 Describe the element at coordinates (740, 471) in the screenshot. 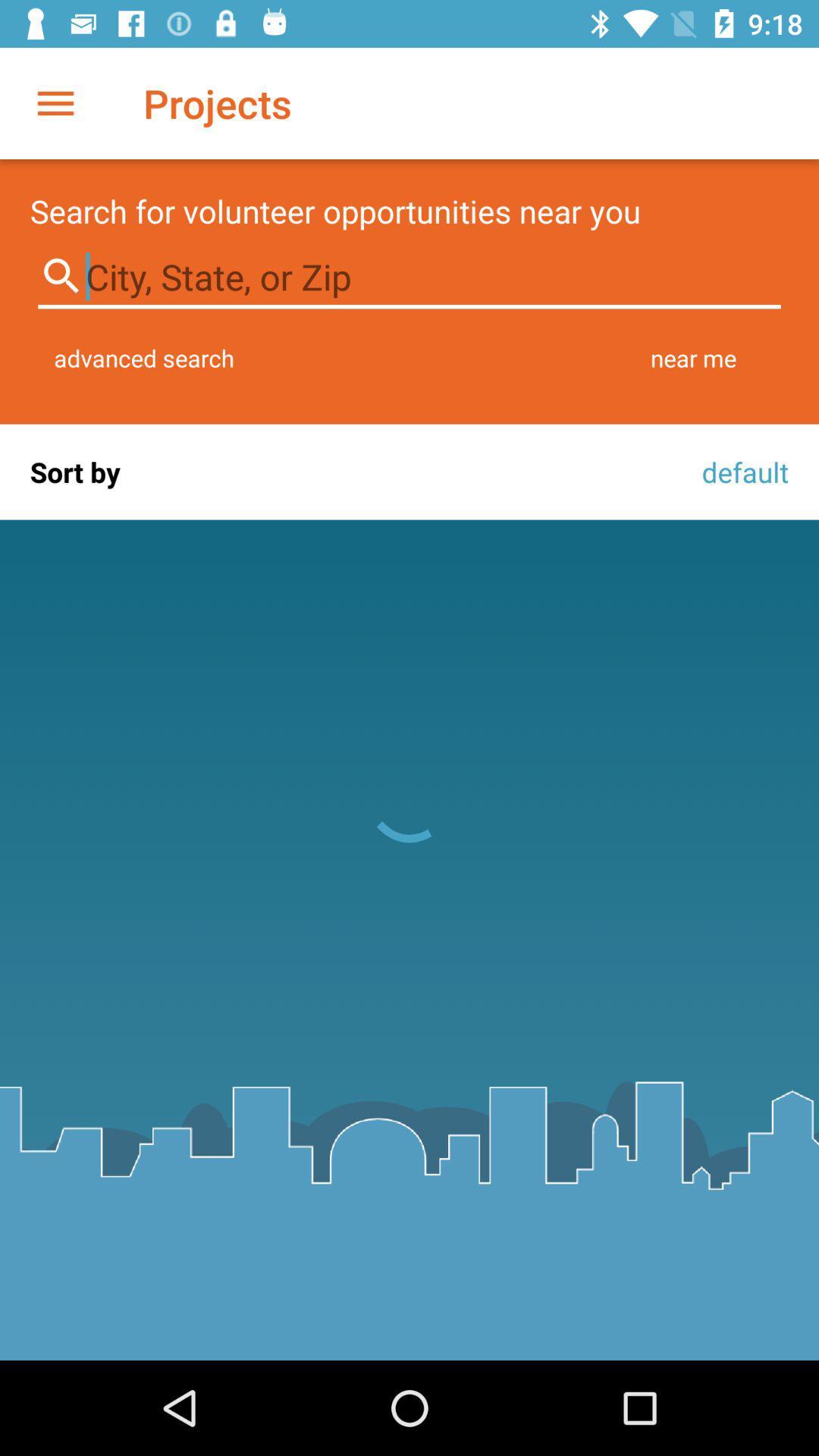

I see `the item next to the sort by` at that location.